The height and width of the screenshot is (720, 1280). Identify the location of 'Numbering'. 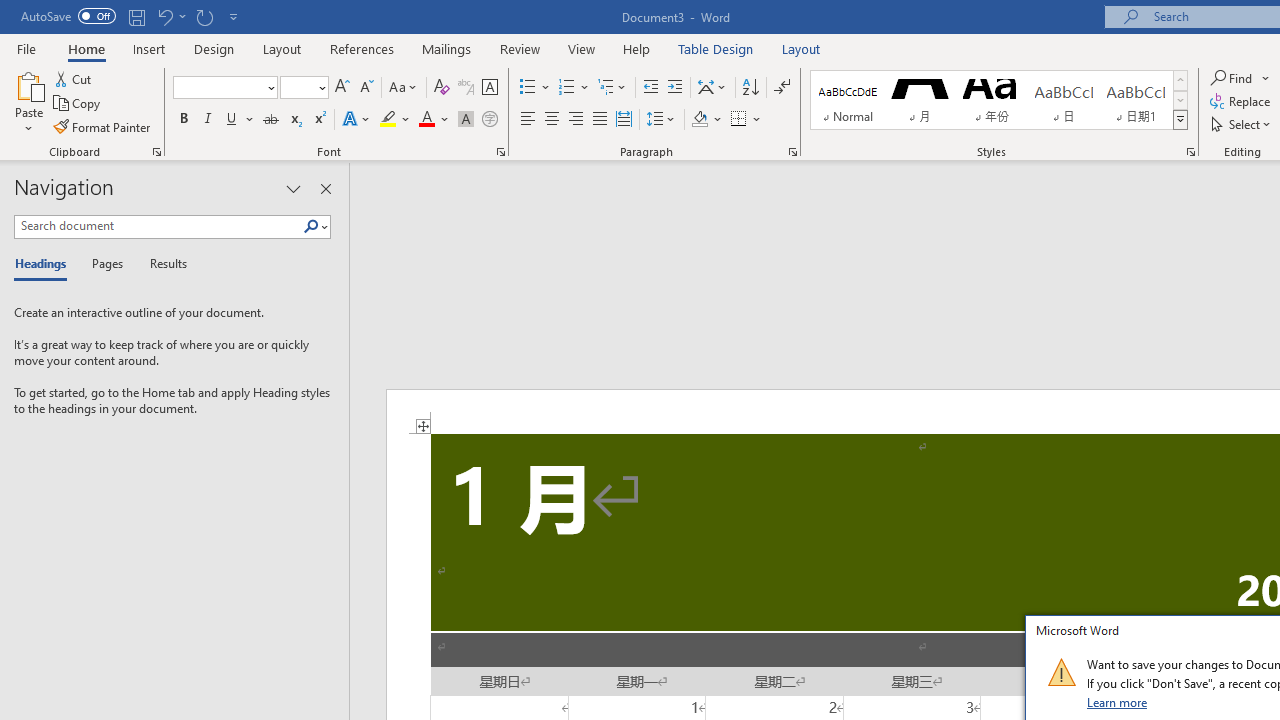
(566, 86).